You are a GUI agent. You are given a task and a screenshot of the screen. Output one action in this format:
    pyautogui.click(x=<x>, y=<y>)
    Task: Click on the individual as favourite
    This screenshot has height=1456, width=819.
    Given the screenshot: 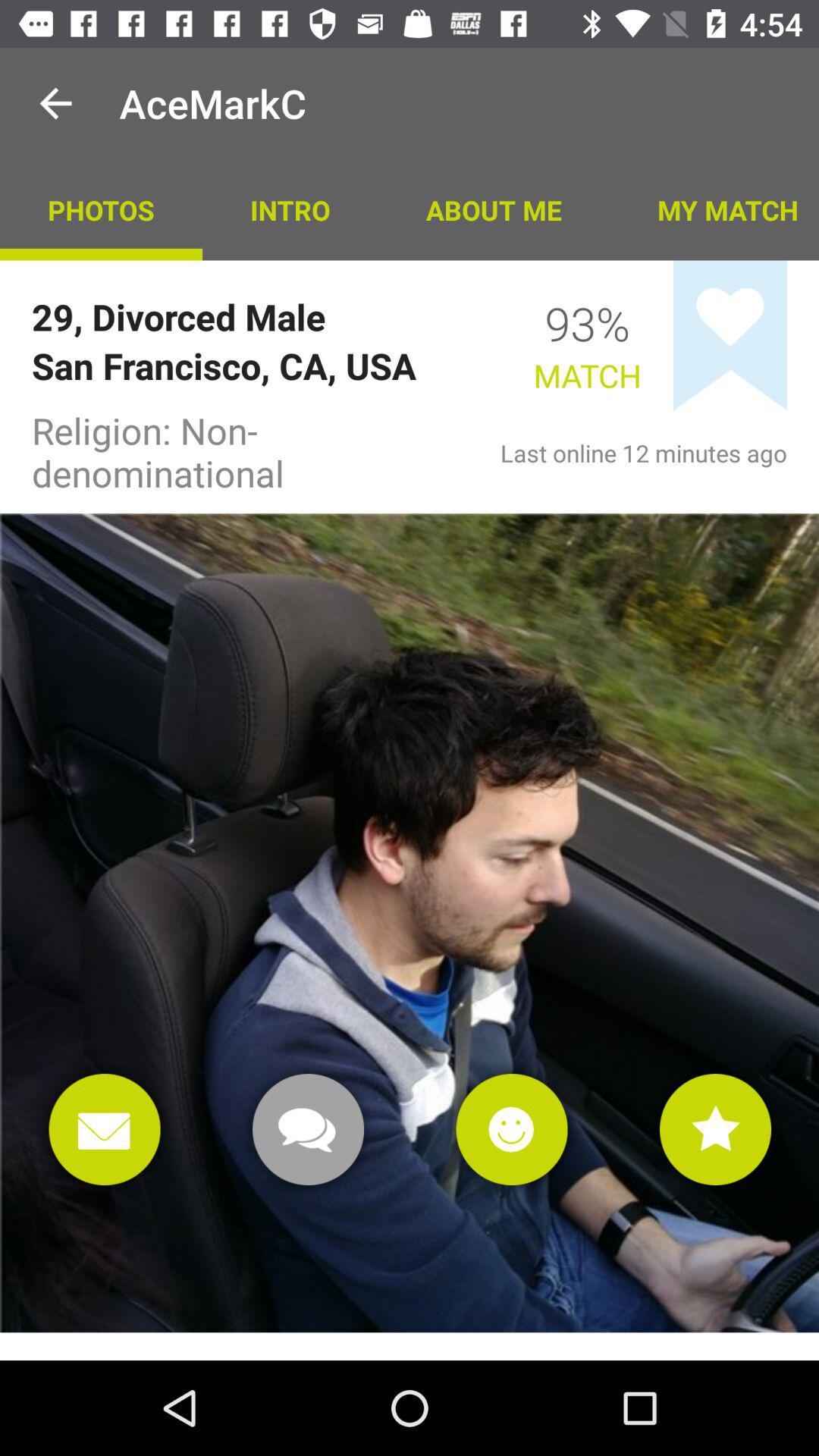 What is the action you would take?
    pyautogui.click(x=715, y=1129)
    